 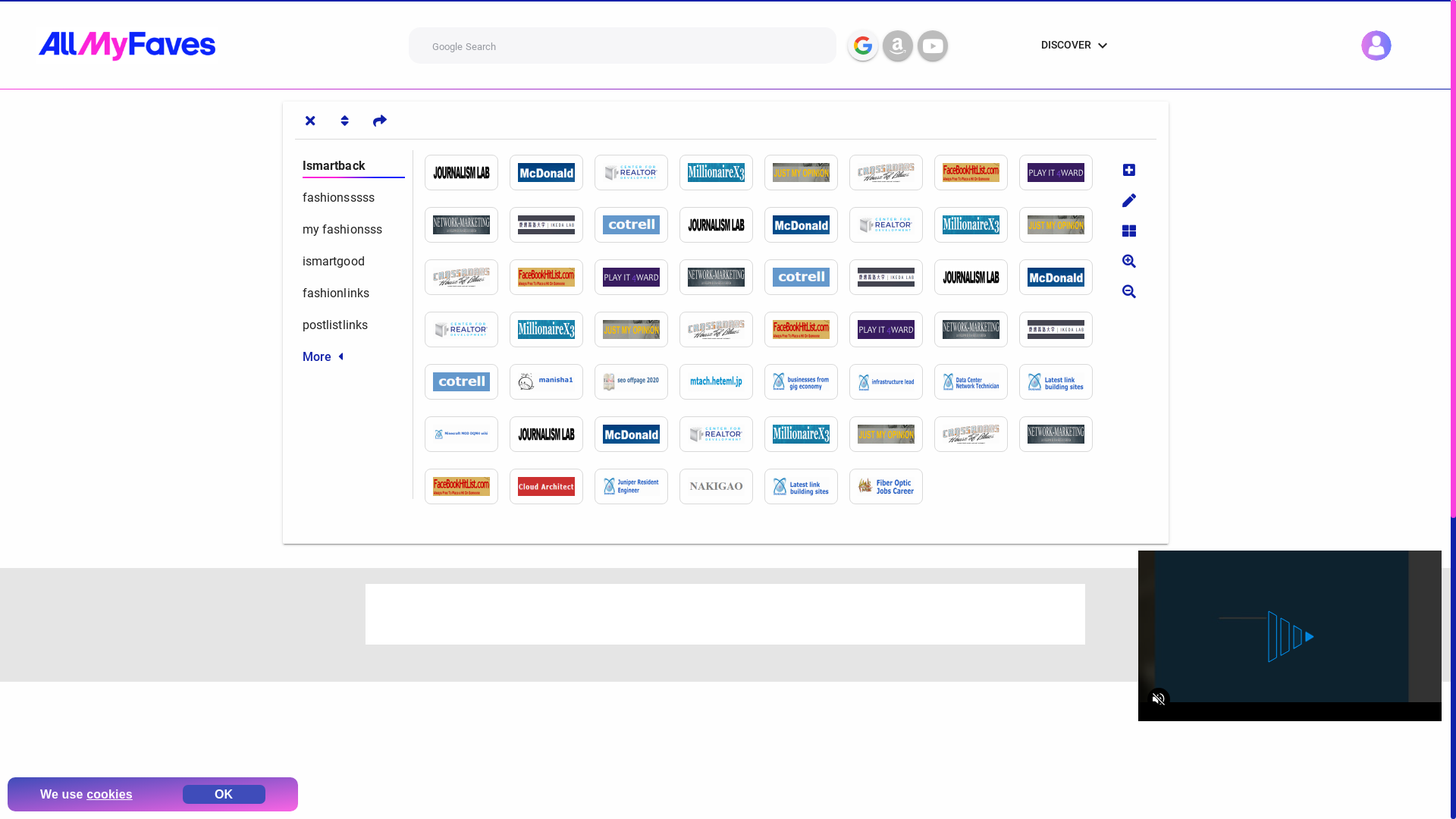 What do you see at coordinates (466, 277) in the screenshot?
I see `'http://crossroadshob.ning.com/profiles/blogs/stylee-fashions'` at bounding box center [466, 277].